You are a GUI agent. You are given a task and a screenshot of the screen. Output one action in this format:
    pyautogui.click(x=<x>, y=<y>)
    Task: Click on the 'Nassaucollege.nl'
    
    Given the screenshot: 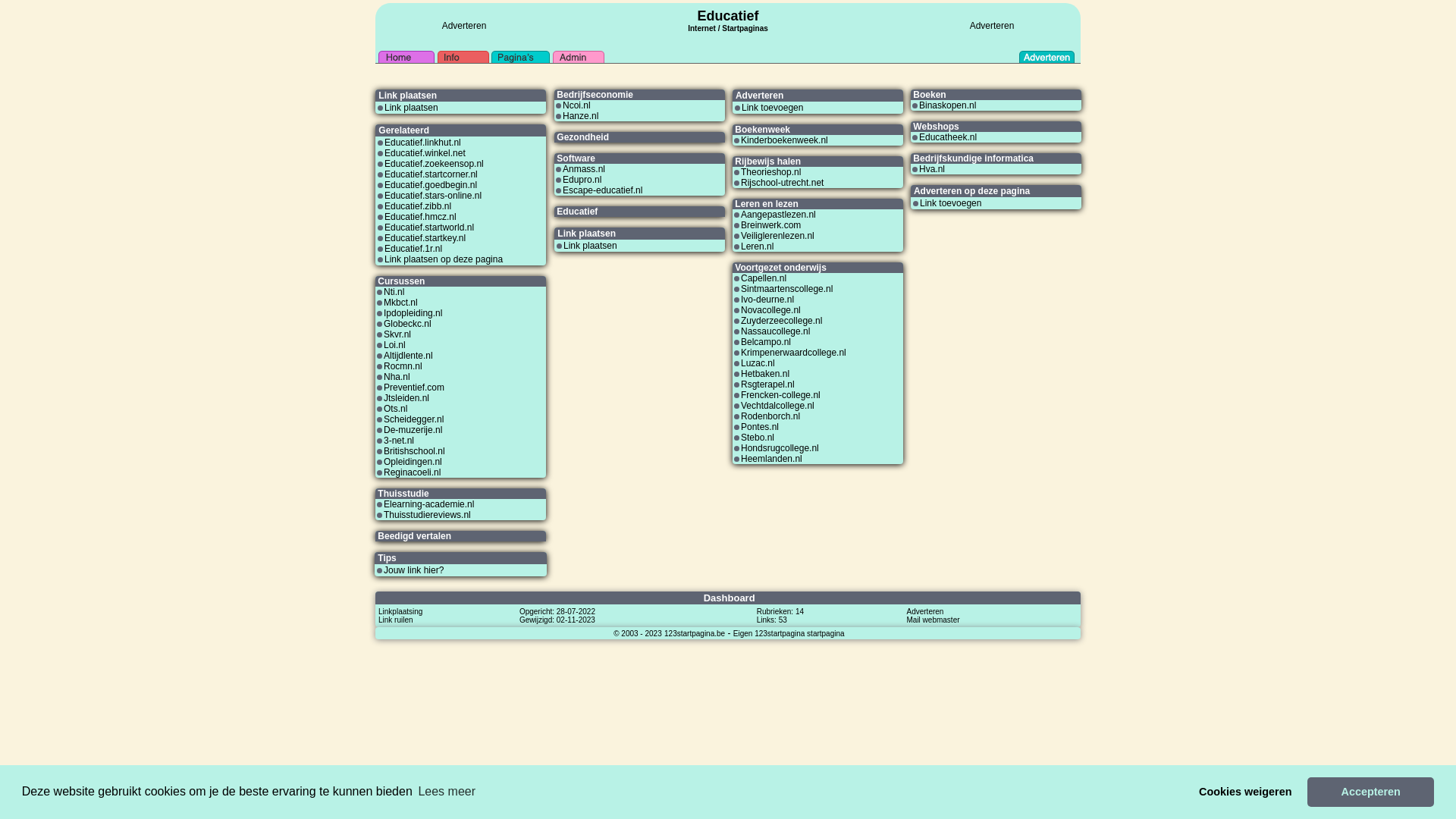 What is the action you would take?
    pyautogui.click(x=775, y=330)
    